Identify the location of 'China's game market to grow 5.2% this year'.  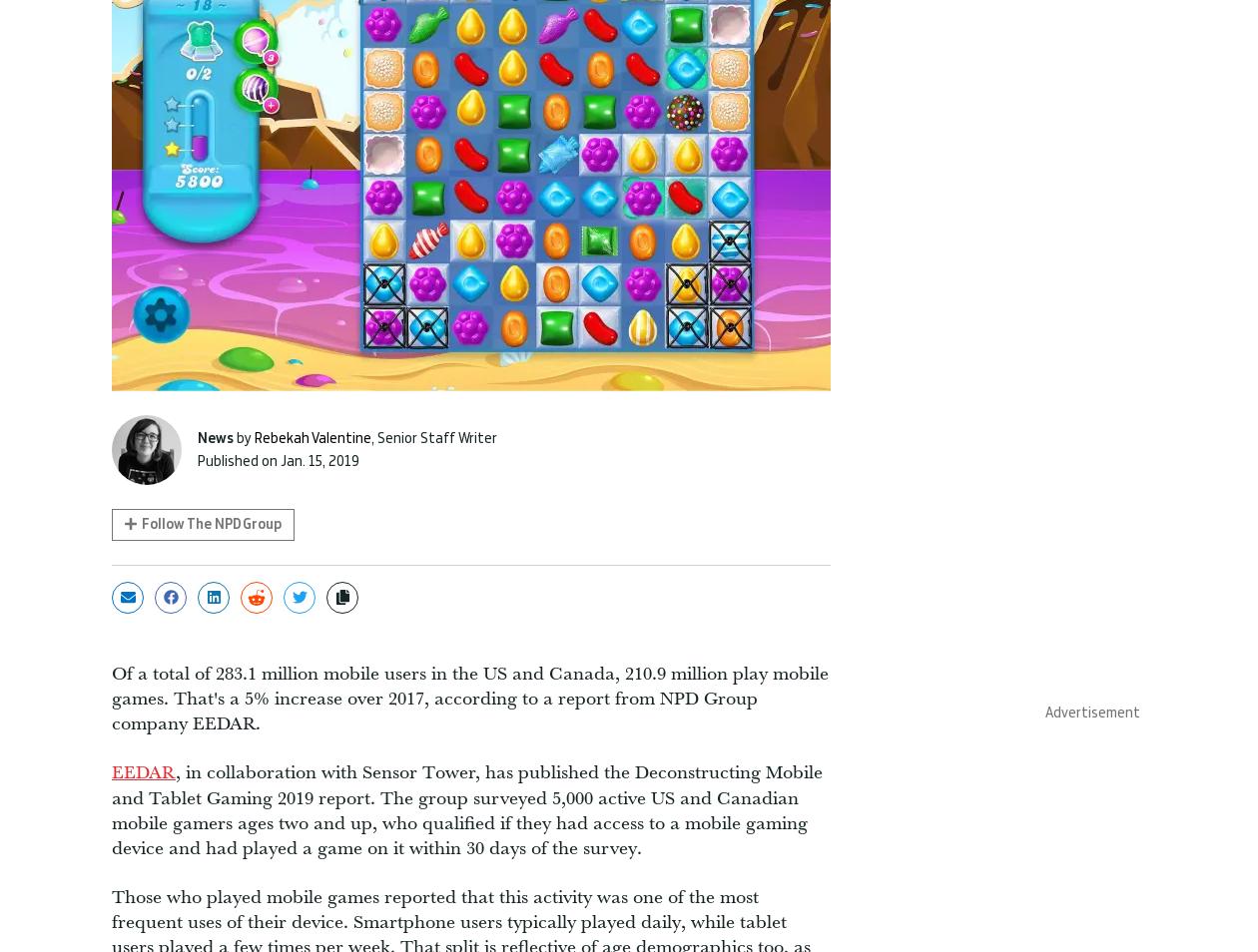
(1030, 89).